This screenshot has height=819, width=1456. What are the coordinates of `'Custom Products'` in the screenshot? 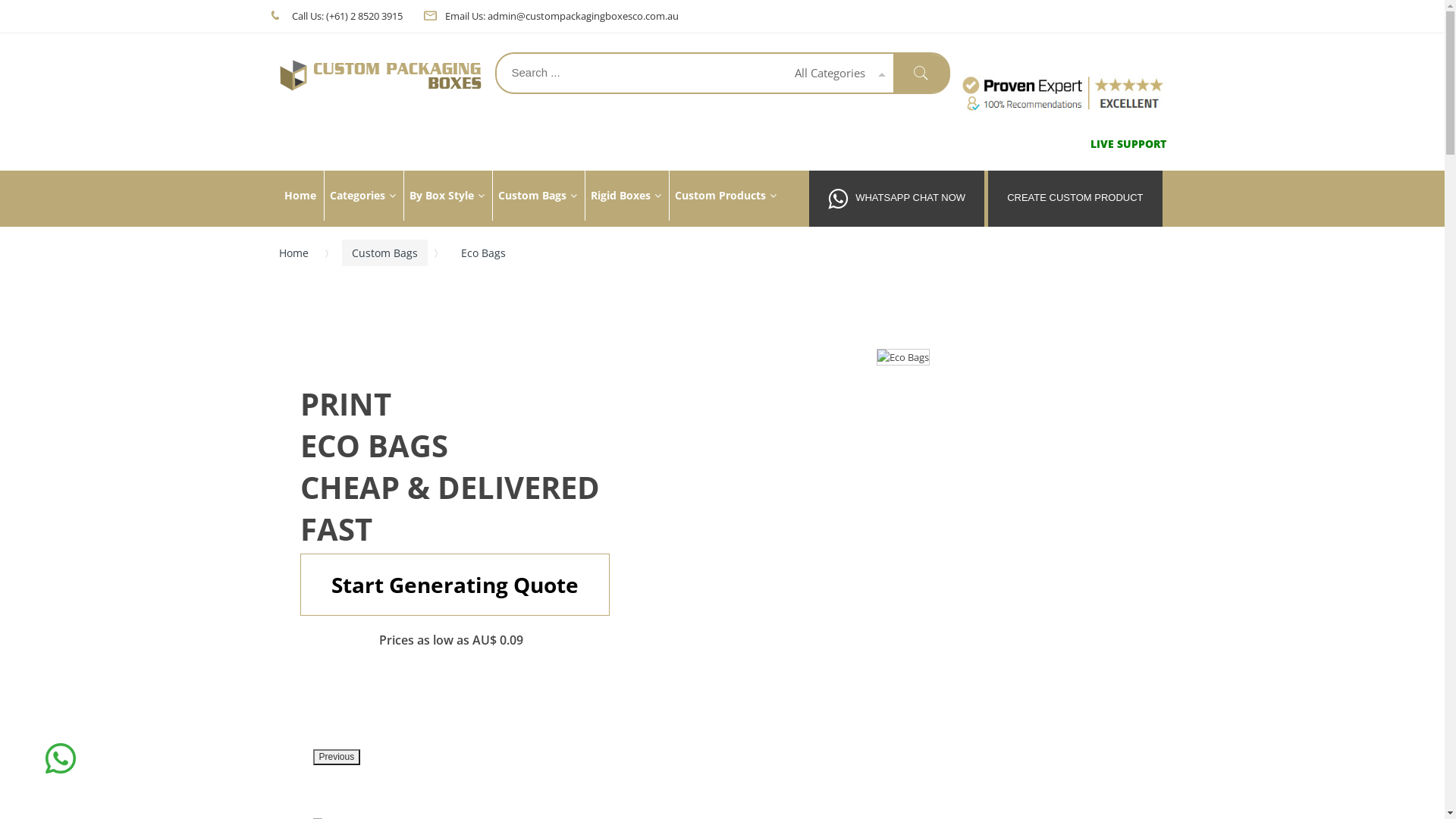 It's located at (724, 195).